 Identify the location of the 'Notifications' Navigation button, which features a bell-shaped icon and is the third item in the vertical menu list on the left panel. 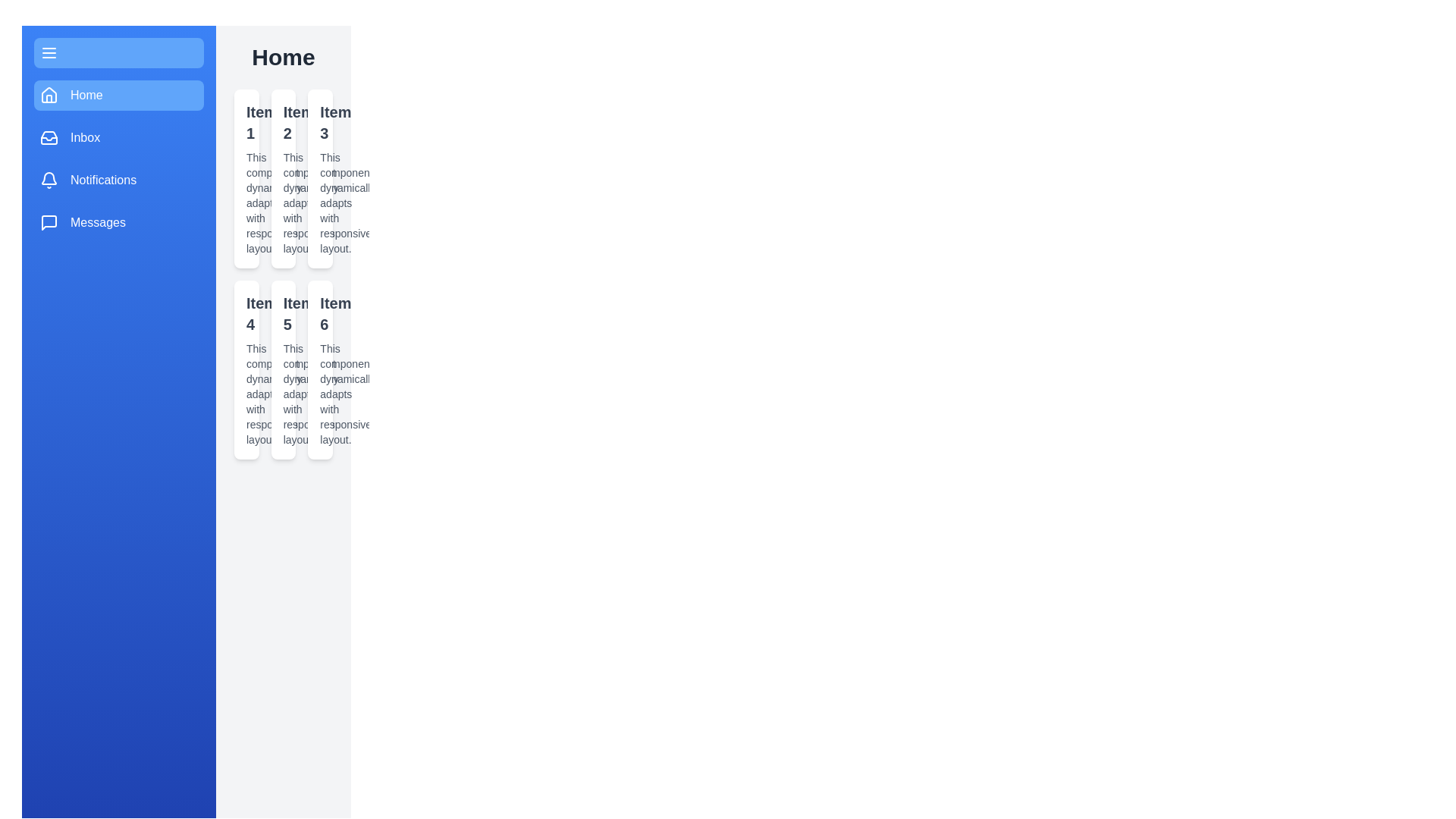
(118, 180).